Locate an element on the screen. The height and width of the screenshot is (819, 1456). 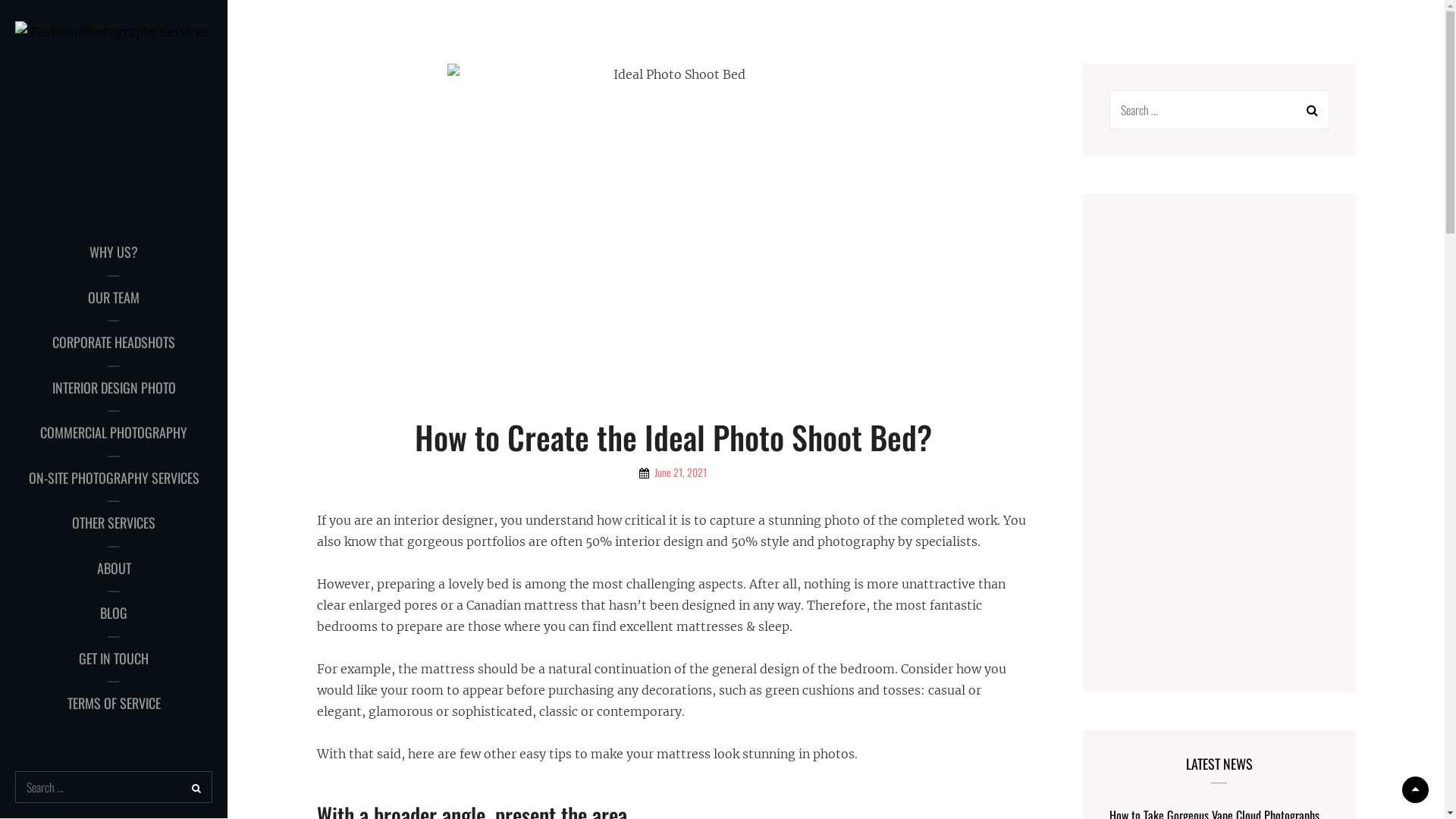
'TERMS OF SERVICE' is located at coordinates (112, 704).